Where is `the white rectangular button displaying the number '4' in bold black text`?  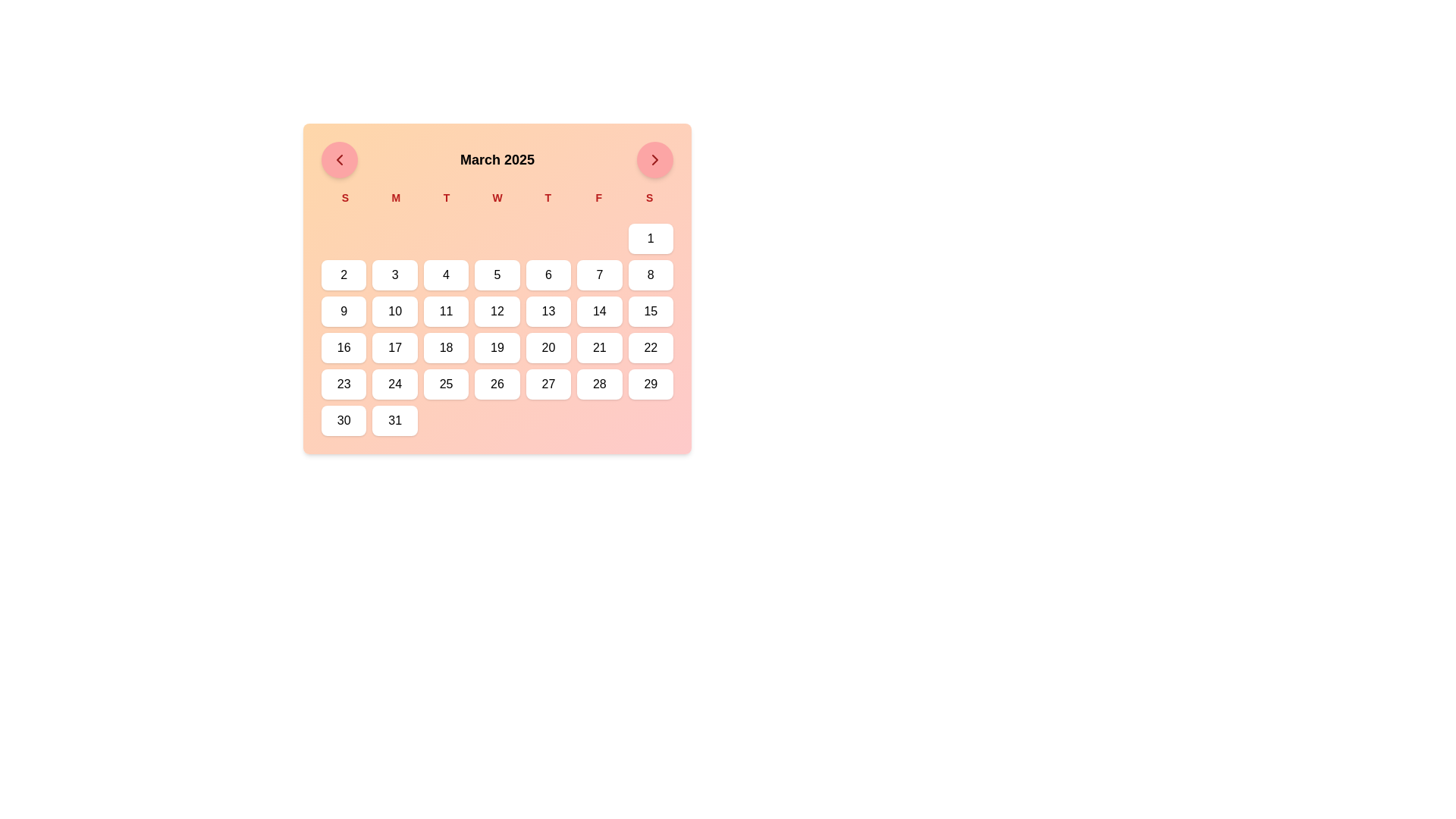
the white rectangular button displaying the number '4' in bold black text is located at coordinates (445, 275).